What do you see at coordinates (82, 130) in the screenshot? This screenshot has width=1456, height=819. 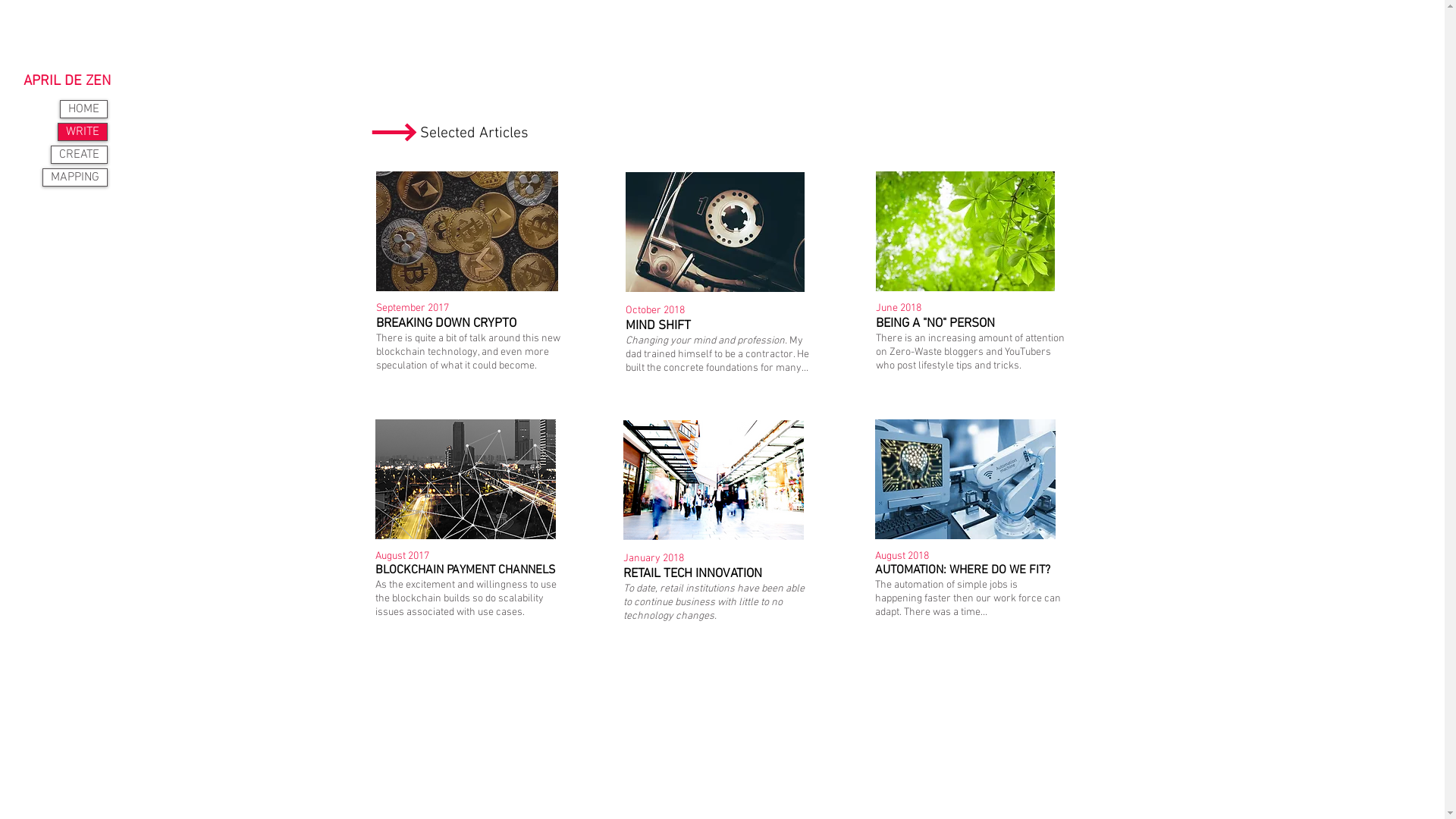 I see `'WRITE'` at bounding box center [82, 130].